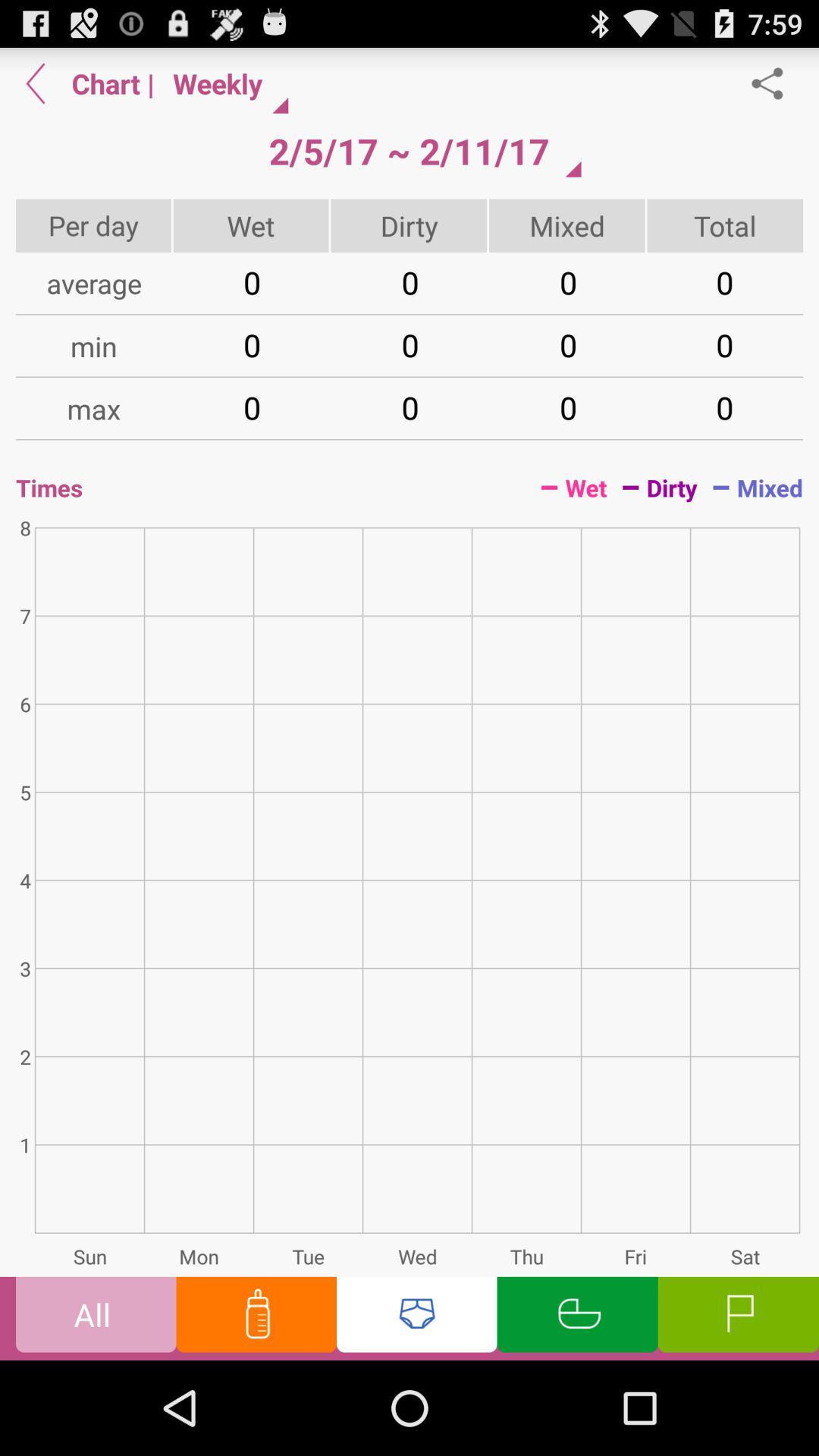 The height and width of the screenshot is (1456, 819). I want to click on feeding log option, so click(256, 1317).